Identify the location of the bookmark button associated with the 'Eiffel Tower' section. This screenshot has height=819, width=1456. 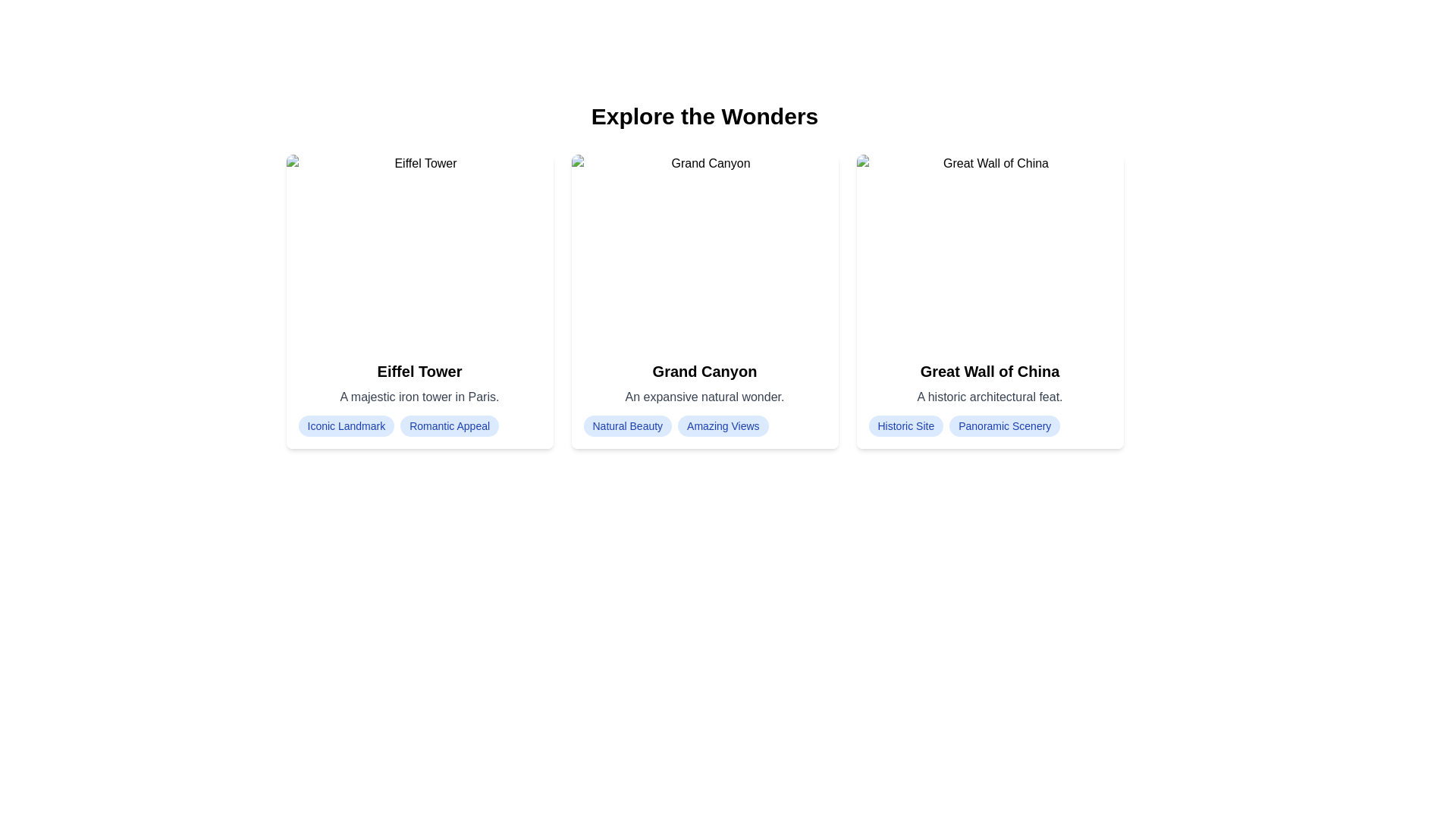
(526, 421).